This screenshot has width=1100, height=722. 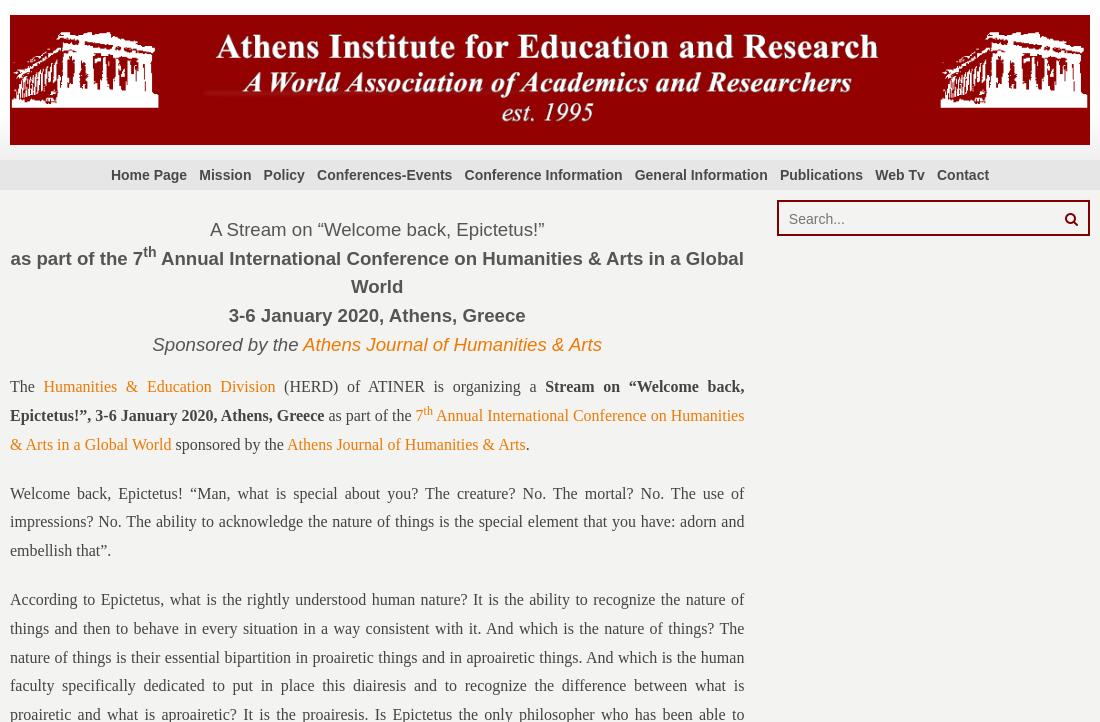 What do you see at coordinates (170, 442) in the screenshot?
I see `'sponsored by the'` at bounding box center [170, 442].